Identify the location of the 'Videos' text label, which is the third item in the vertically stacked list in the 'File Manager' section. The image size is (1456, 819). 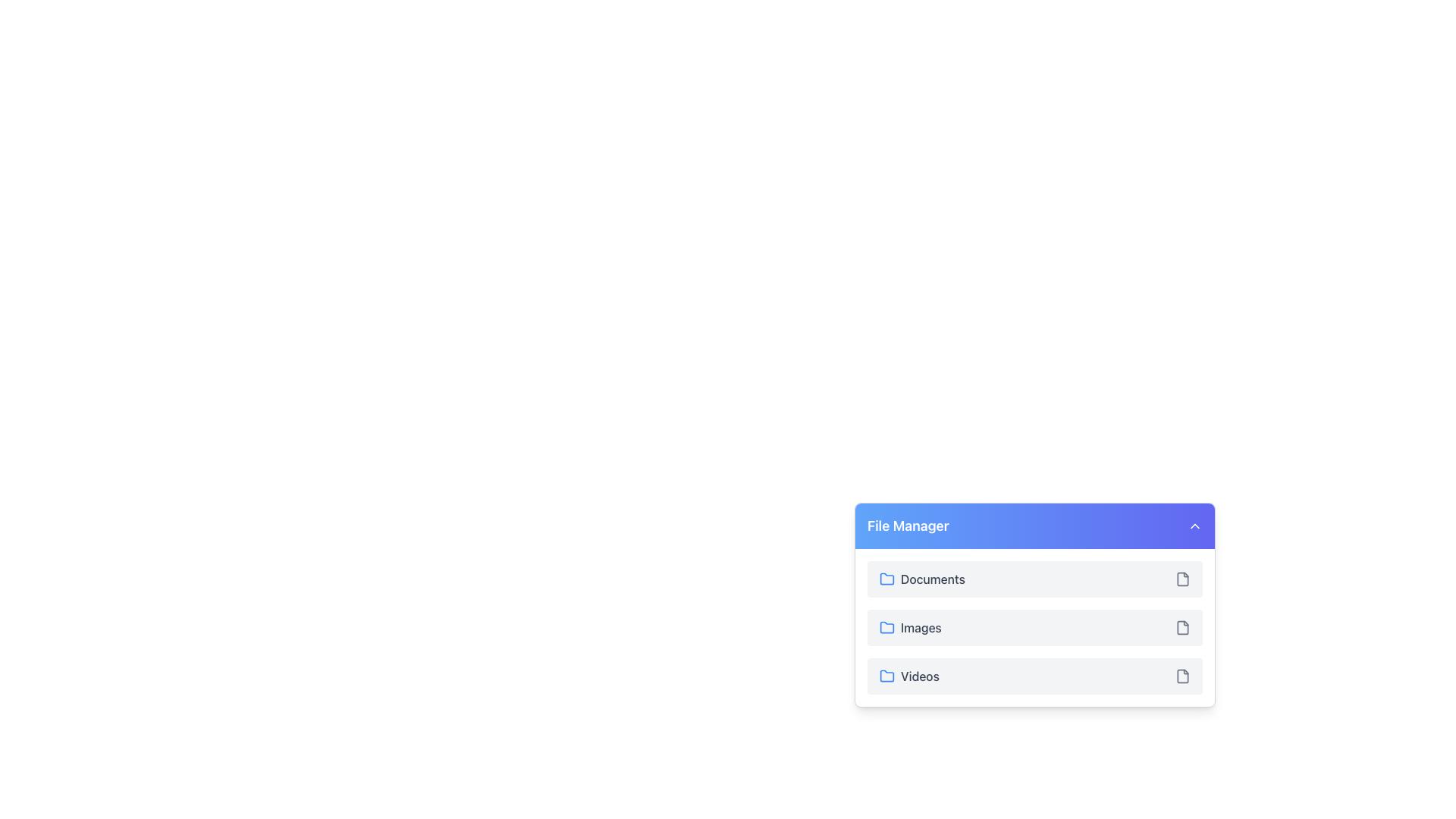
(909, 675).